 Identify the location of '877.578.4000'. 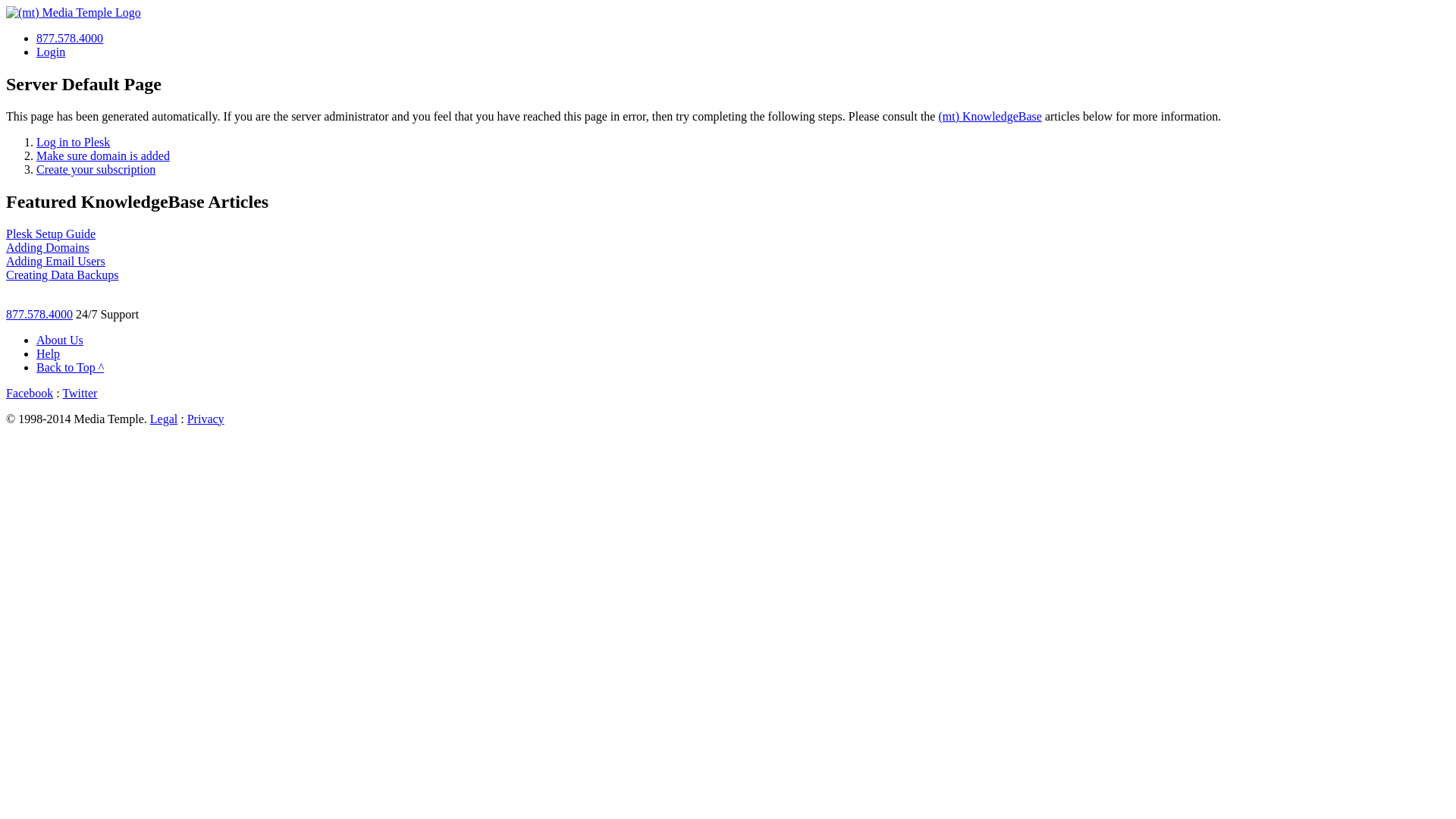
(68, 37).